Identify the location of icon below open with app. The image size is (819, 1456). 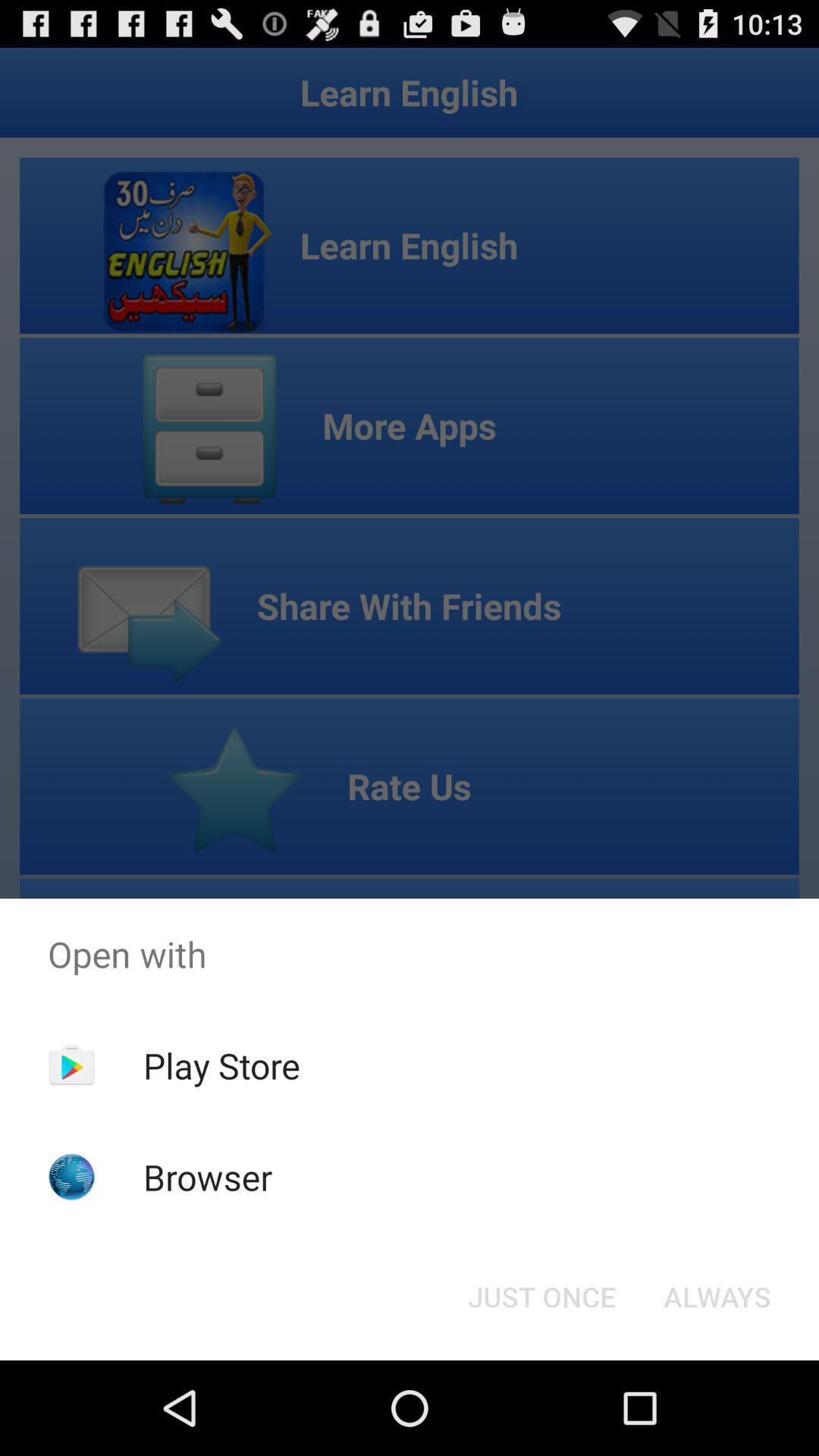
(541, 1295).